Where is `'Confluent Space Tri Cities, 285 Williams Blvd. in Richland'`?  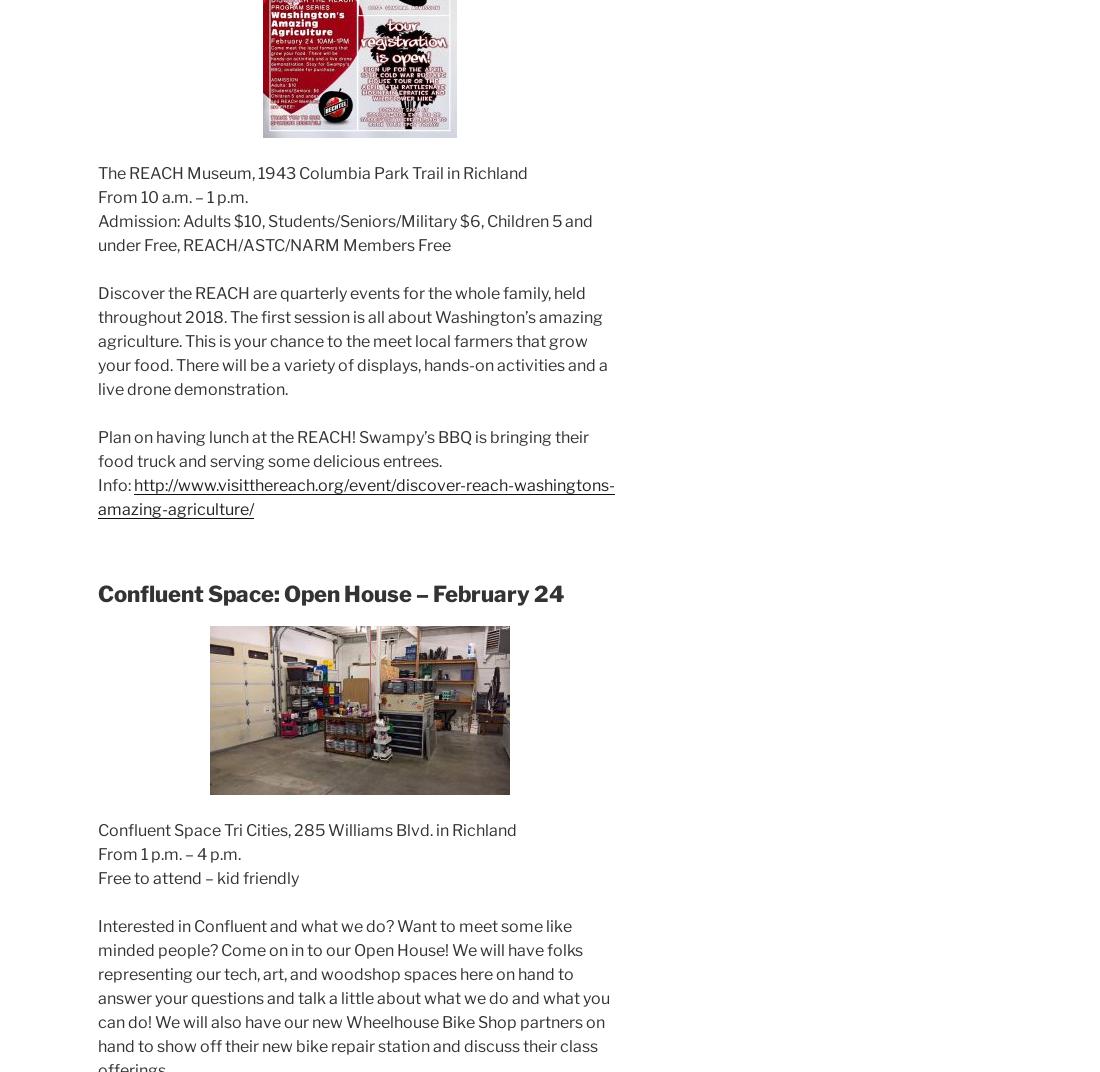
'Confluent Space Tri Cities, 285 Williams Blvd. in Richland' is located at coordinates (306, 829).